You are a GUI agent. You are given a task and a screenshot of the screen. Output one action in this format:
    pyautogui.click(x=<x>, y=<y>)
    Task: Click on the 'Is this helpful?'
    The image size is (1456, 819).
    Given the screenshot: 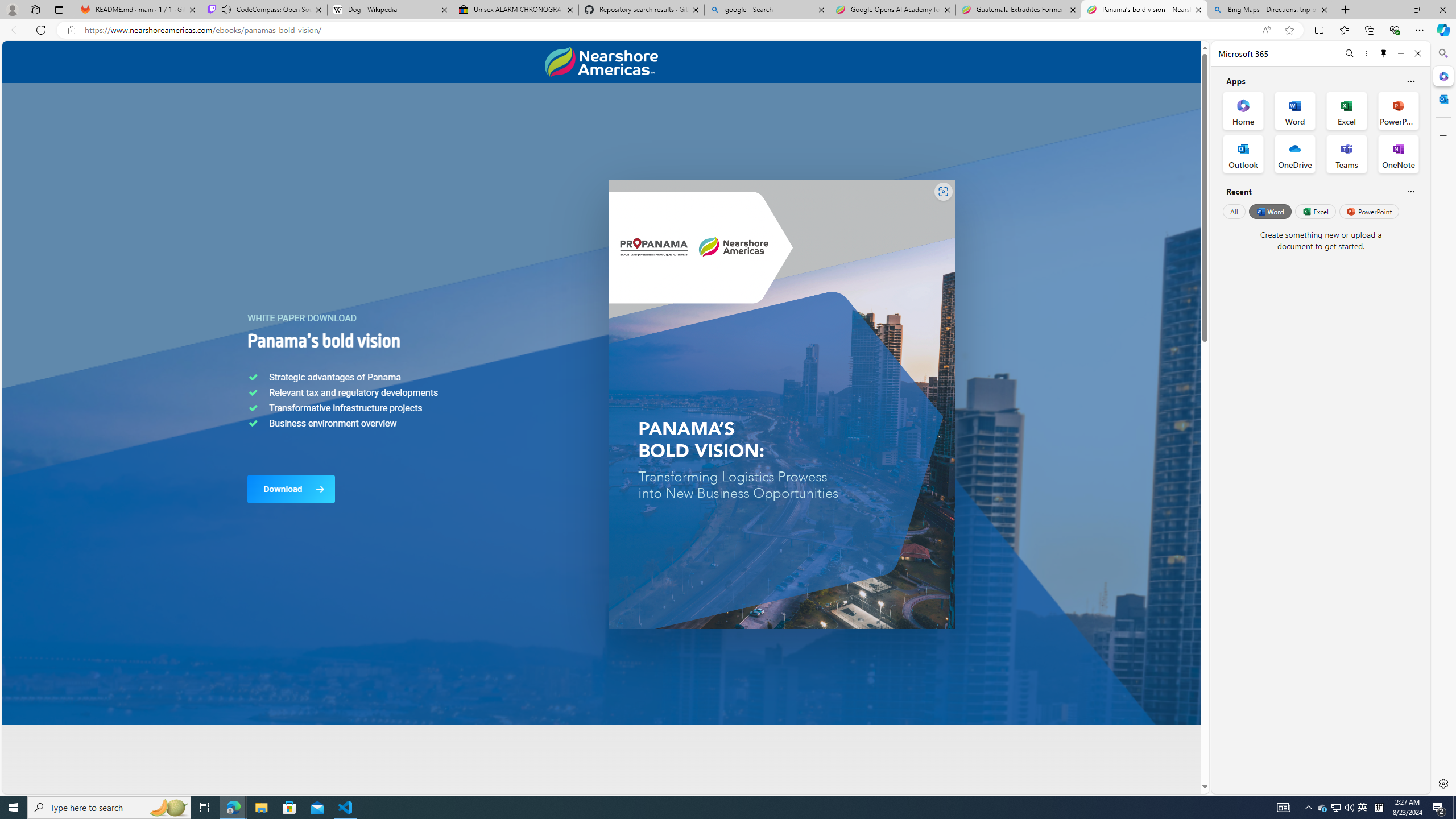 What is the action you would take?
    pyautogui.click(x=1410, y=191)
    